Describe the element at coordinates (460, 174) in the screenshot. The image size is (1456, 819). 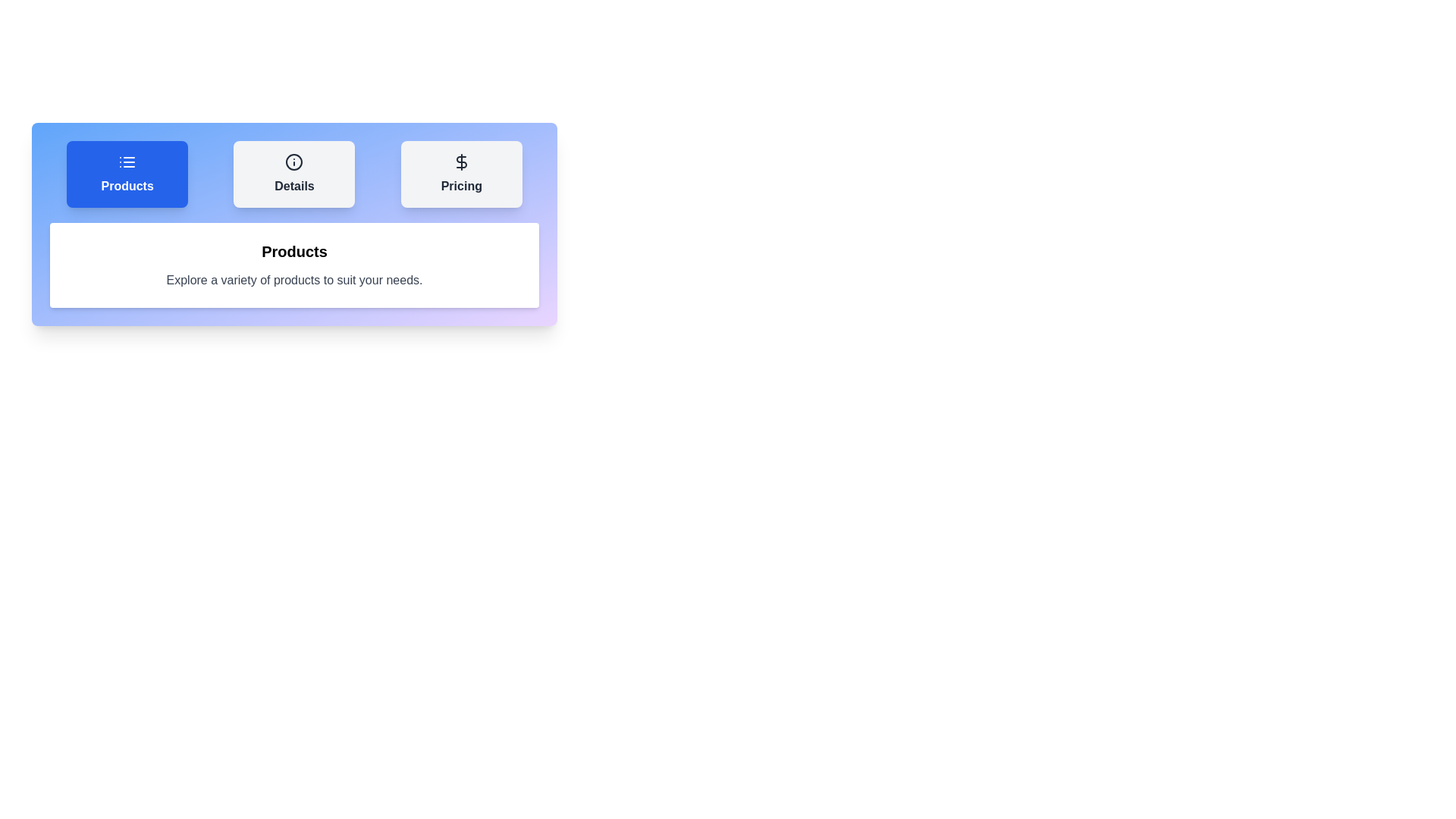
I see `the tab button labeled Pricing` at that location.